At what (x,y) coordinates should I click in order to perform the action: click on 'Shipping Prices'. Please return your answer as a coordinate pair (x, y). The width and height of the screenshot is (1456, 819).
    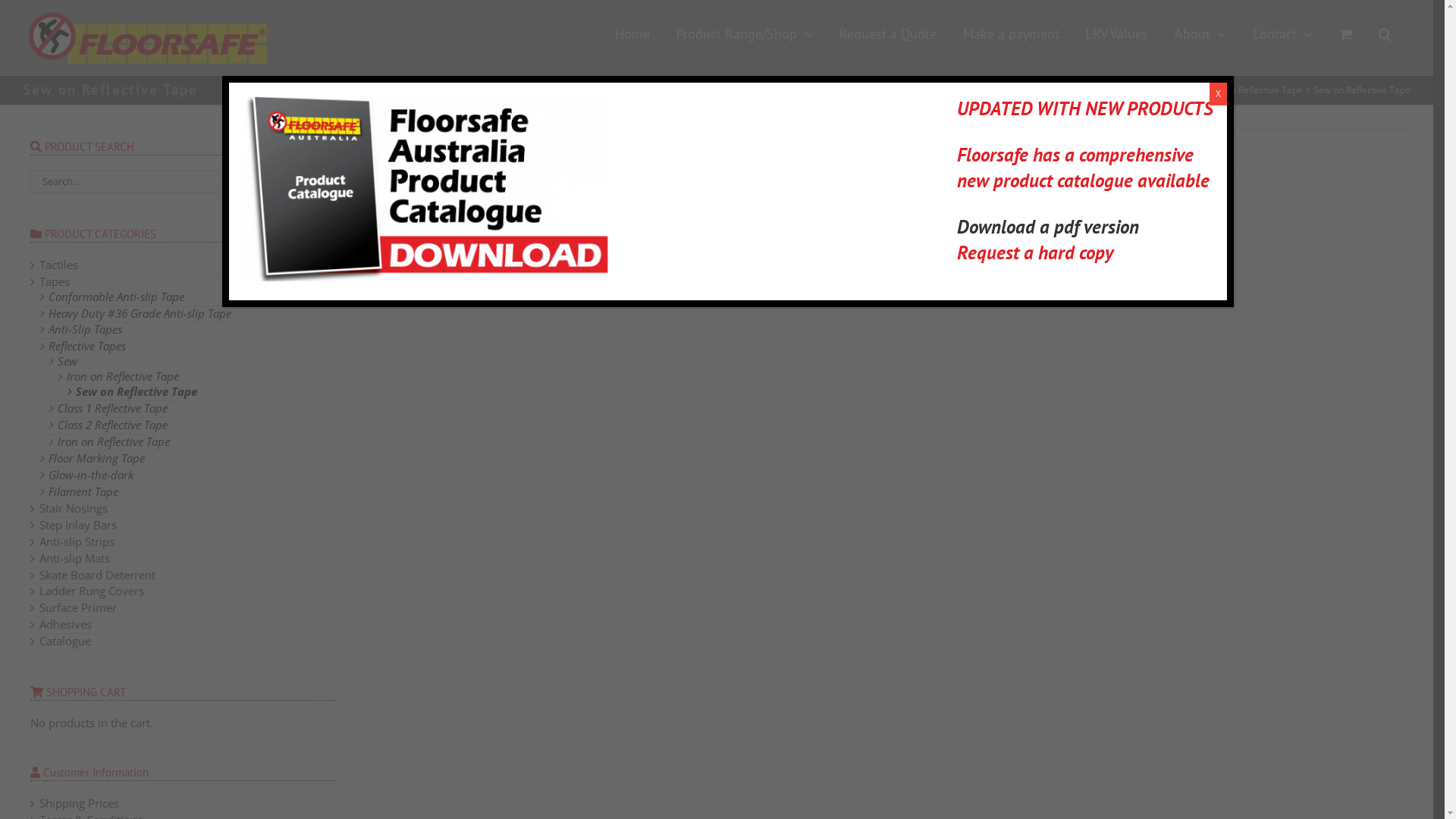
    Looking at the image, I should click on (78, 802).